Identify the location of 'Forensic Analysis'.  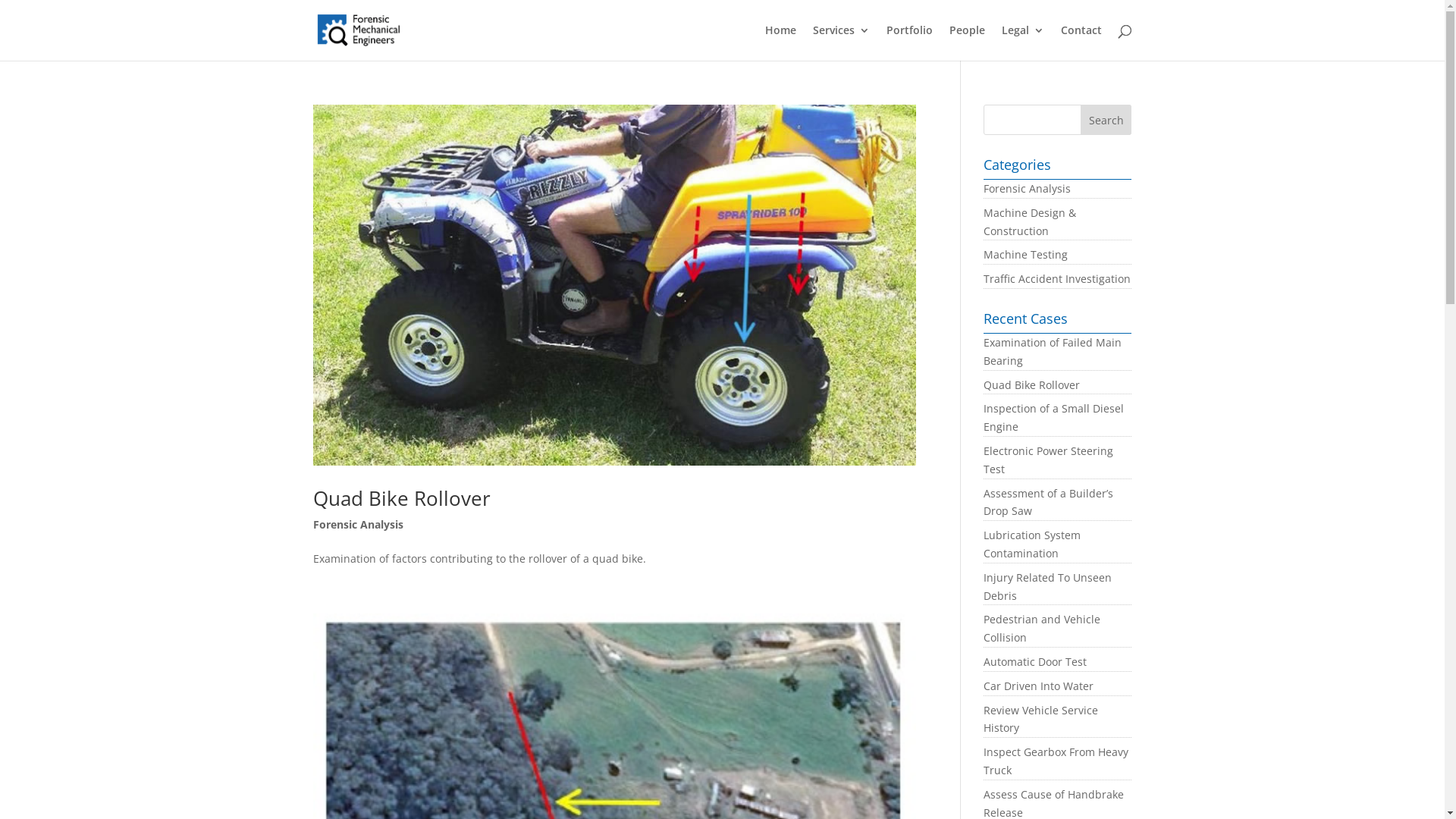
(1027, 187).